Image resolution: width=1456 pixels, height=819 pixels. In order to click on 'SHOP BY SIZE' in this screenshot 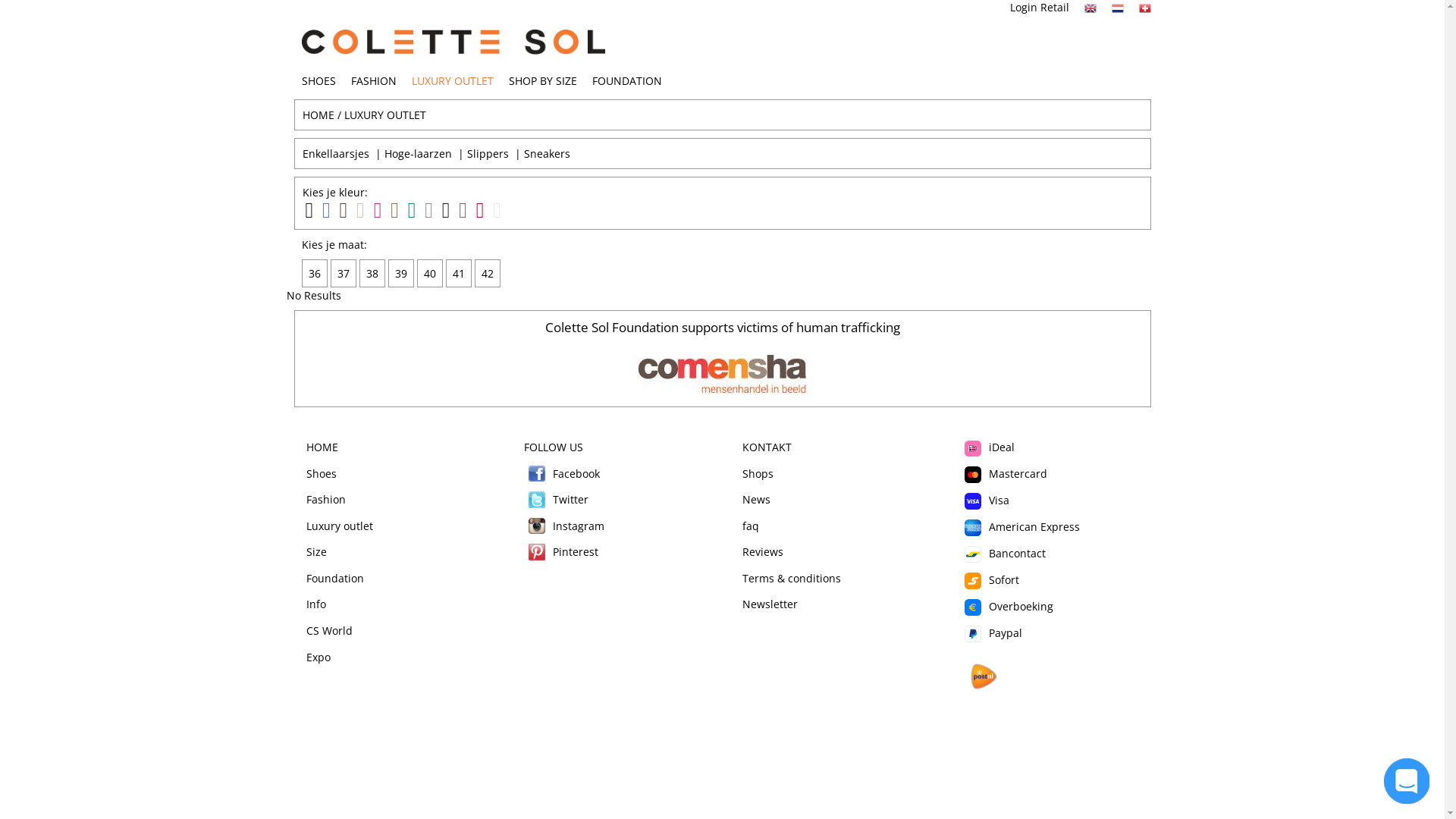, I will do `click(542, 80)`.